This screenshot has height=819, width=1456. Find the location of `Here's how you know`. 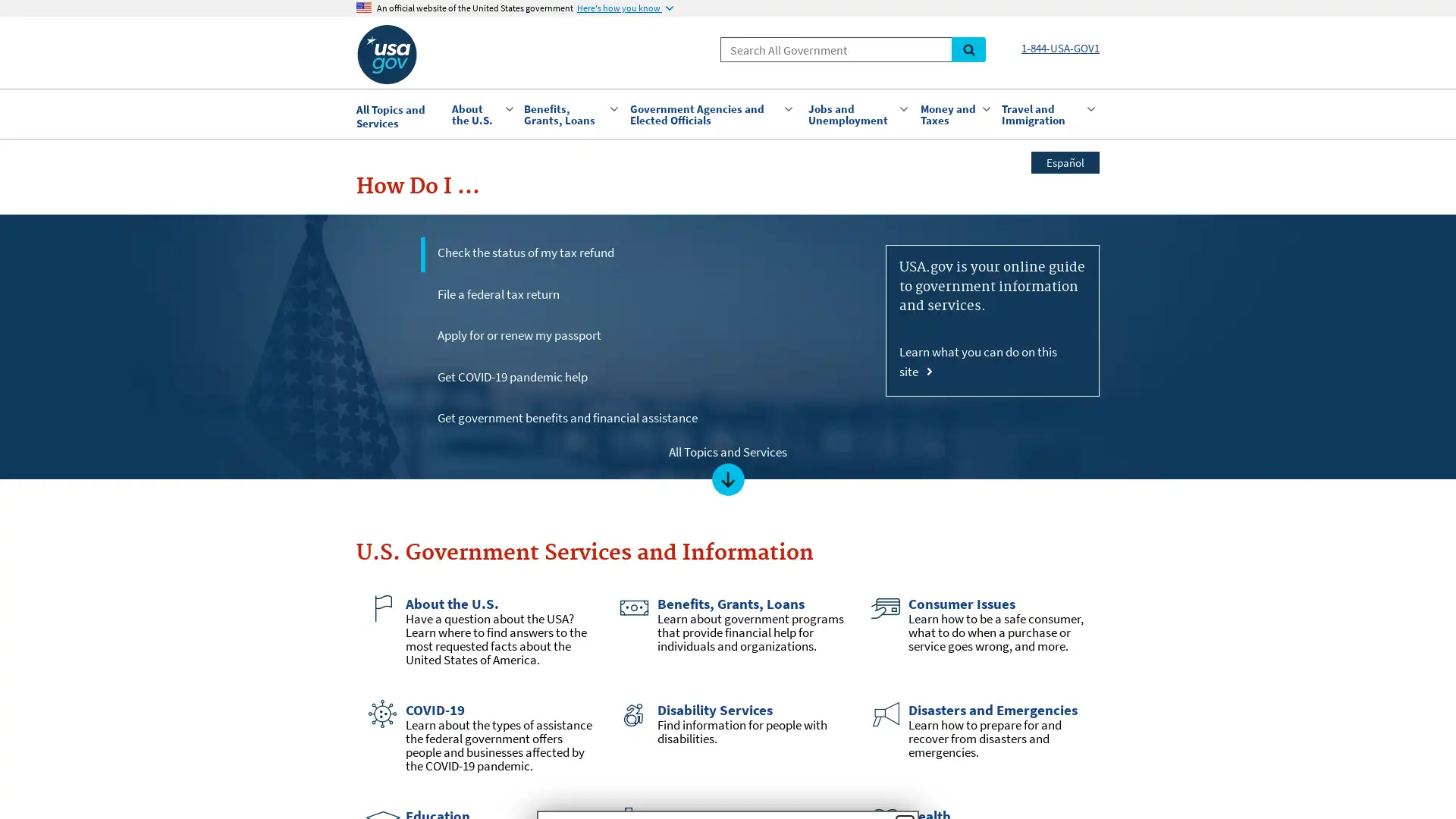

Here's how you know is located at coordinates (625, 8).